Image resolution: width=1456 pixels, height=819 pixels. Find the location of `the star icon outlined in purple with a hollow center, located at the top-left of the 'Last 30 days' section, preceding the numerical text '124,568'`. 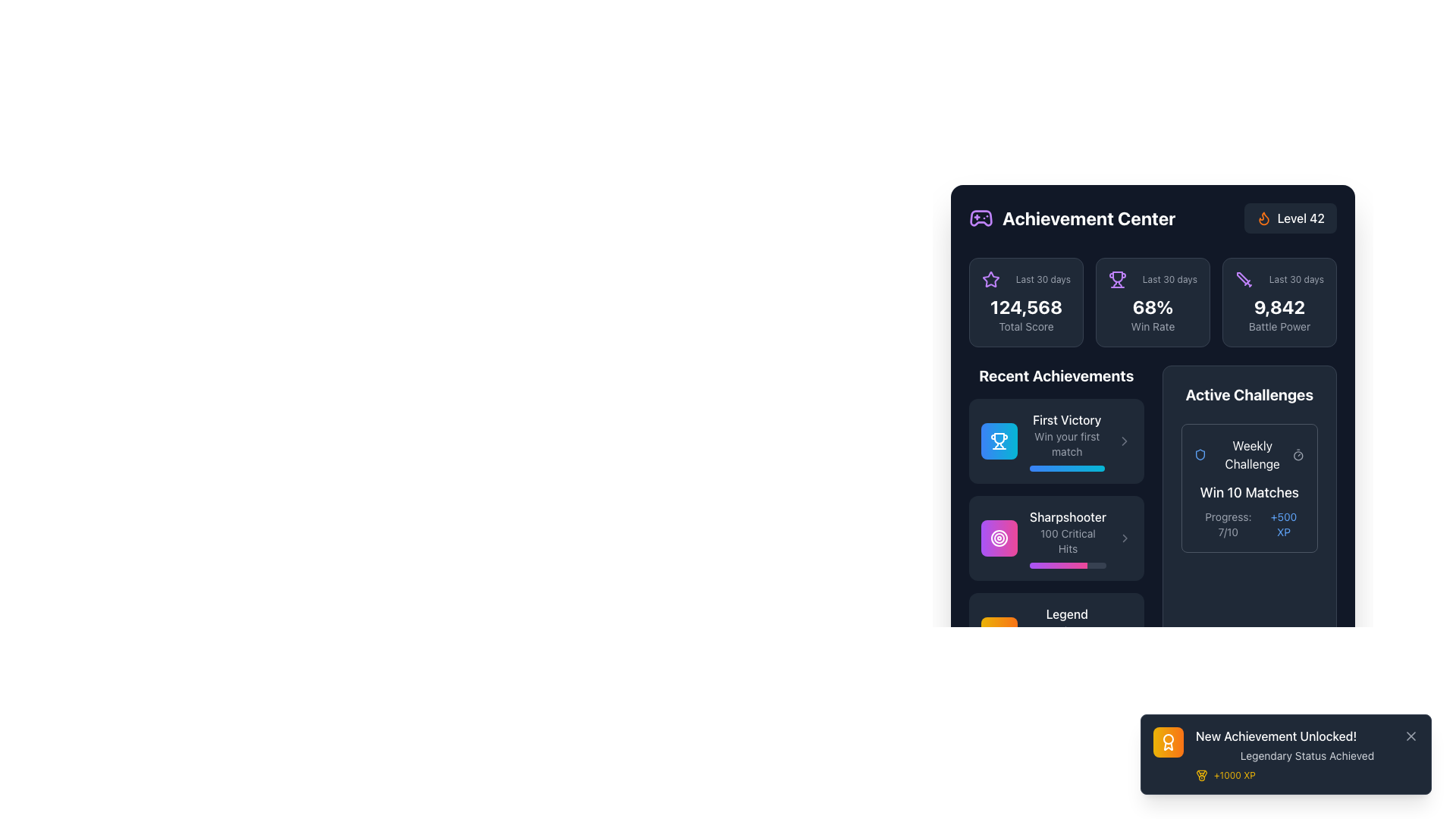

the star icon outlined in purple with a hollow center, located at the top-left of the 'Last 30 days' section, preceding the numerical text '124,568' is located at coordinates (990, 280).